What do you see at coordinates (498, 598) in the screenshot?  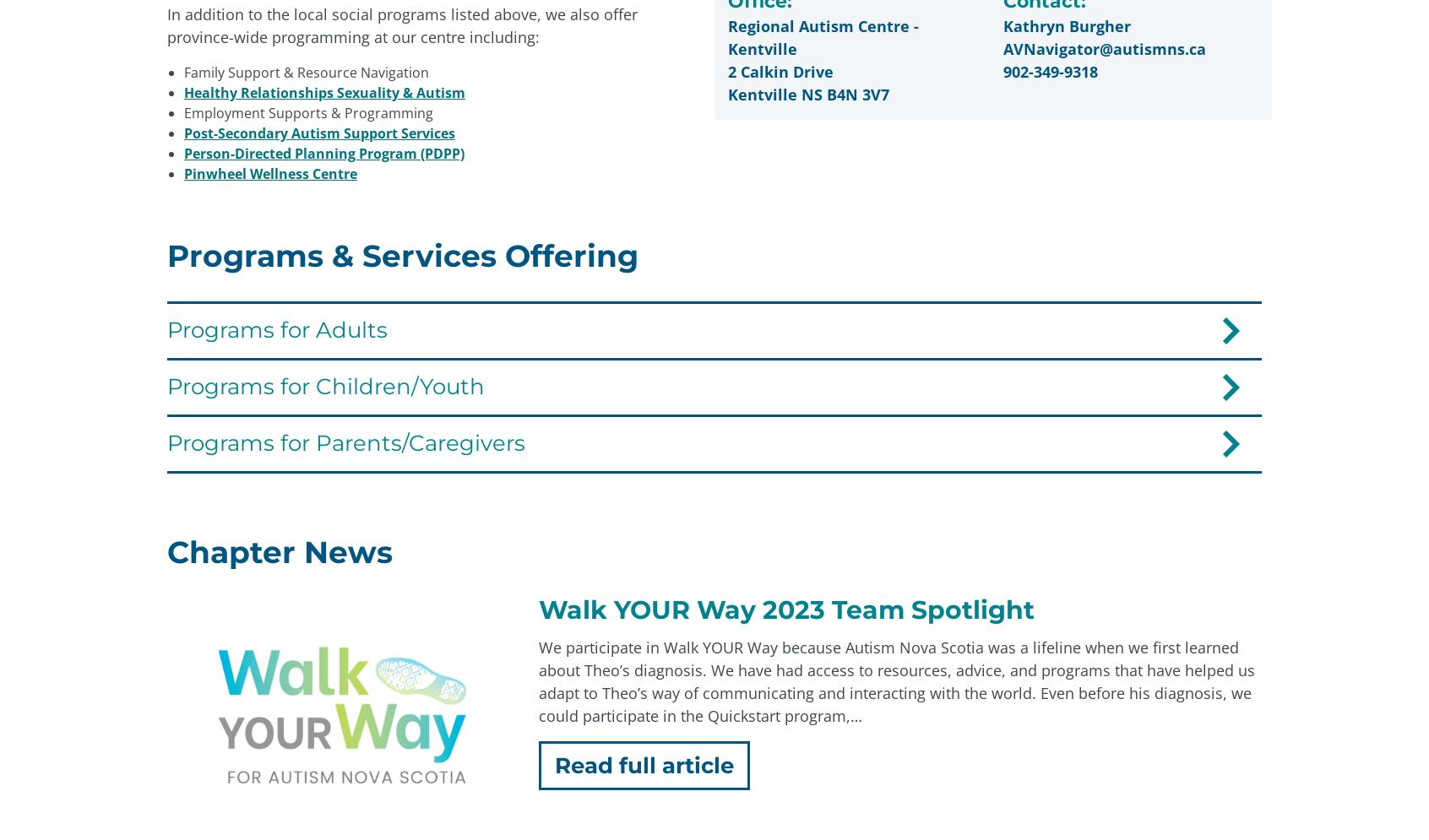 I see `'902-446-4995'` at bounding box center [498, 598].